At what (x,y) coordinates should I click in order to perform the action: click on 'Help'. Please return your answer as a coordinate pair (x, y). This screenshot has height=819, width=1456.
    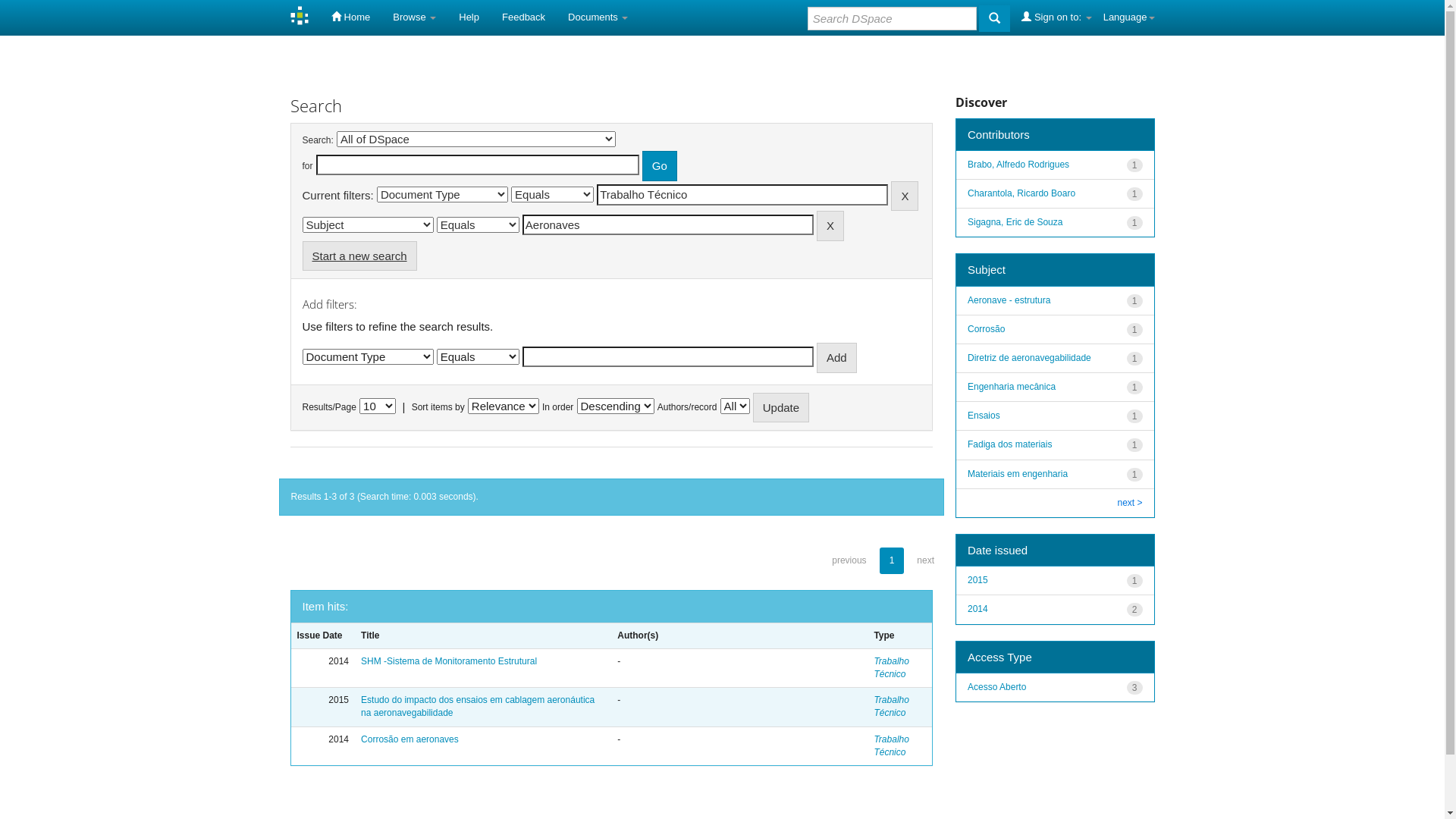
    Looking at the image, I should click on (468, 17).